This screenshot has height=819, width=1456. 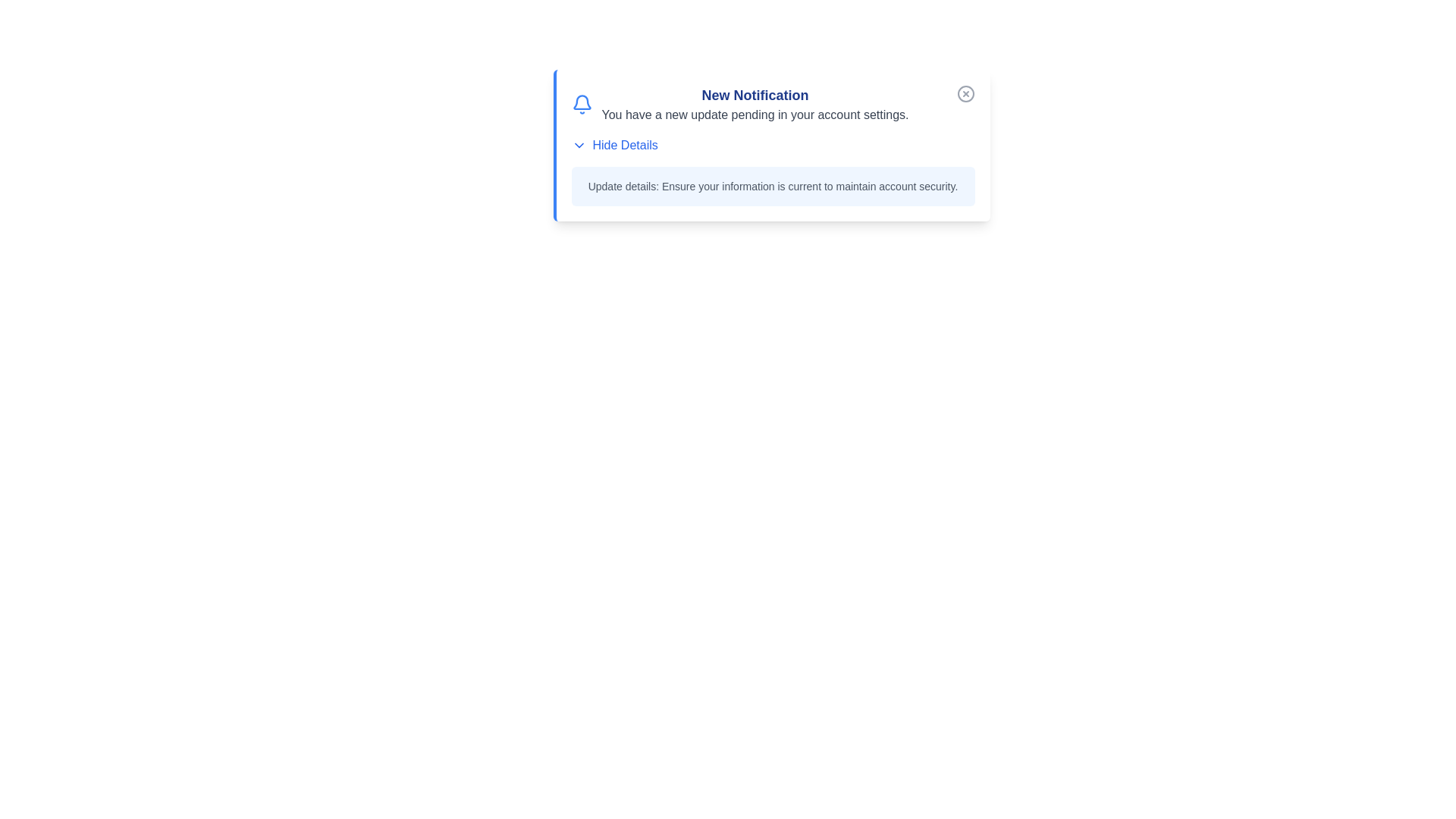 I want to click on the informational text label that is centrally positioned within a rounded, light-blue background section, located just below the 'Hide Details' link, so click(x=773, y=186).